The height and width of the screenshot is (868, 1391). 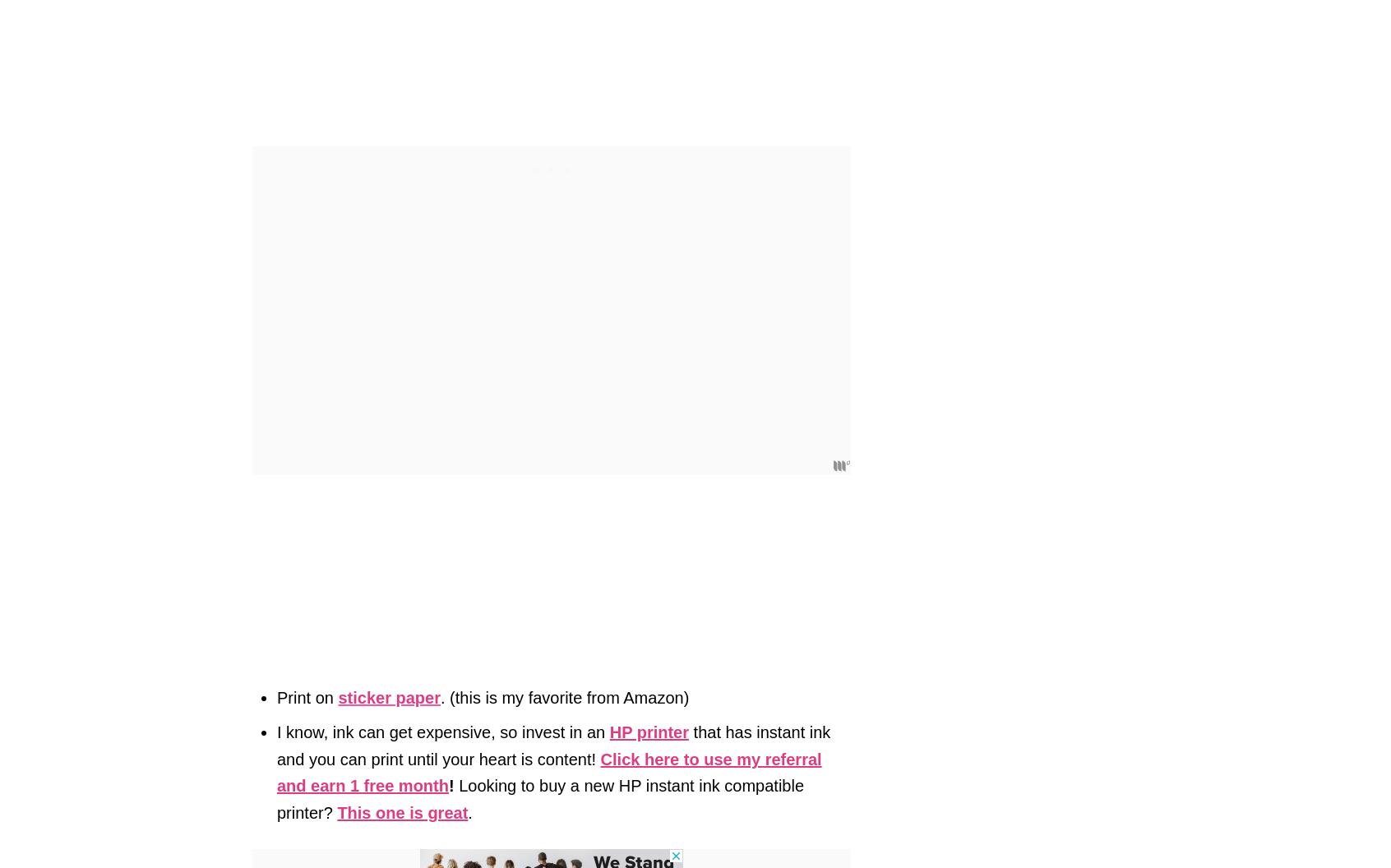 What do you see at coordinates (451, 785) in the screenshot?
I see `'!'` at bounding box center [451, 785].